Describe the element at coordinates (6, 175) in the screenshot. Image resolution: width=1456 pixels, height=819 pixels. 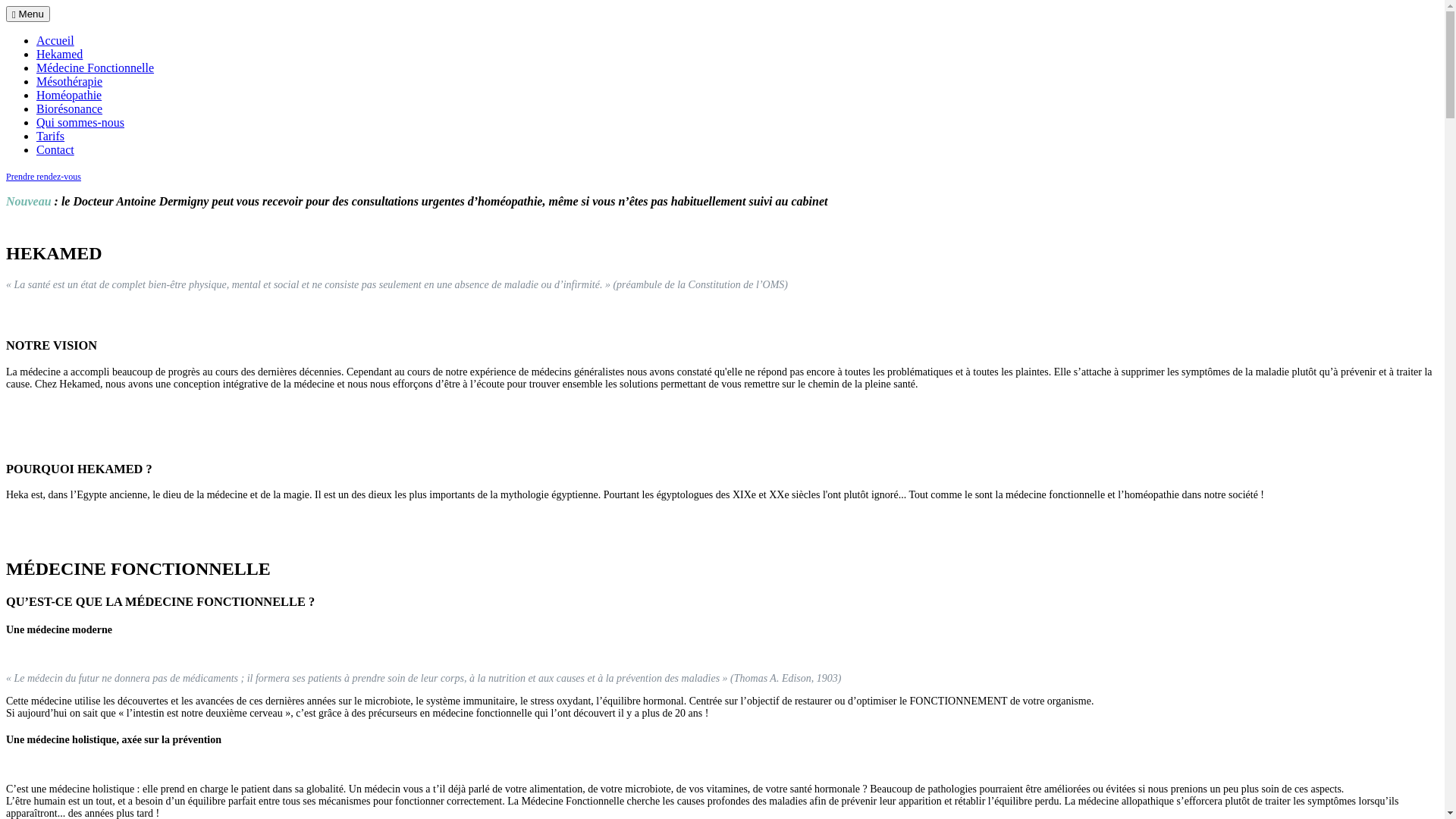
I see `'Prendre rendez-vous'` at that location.